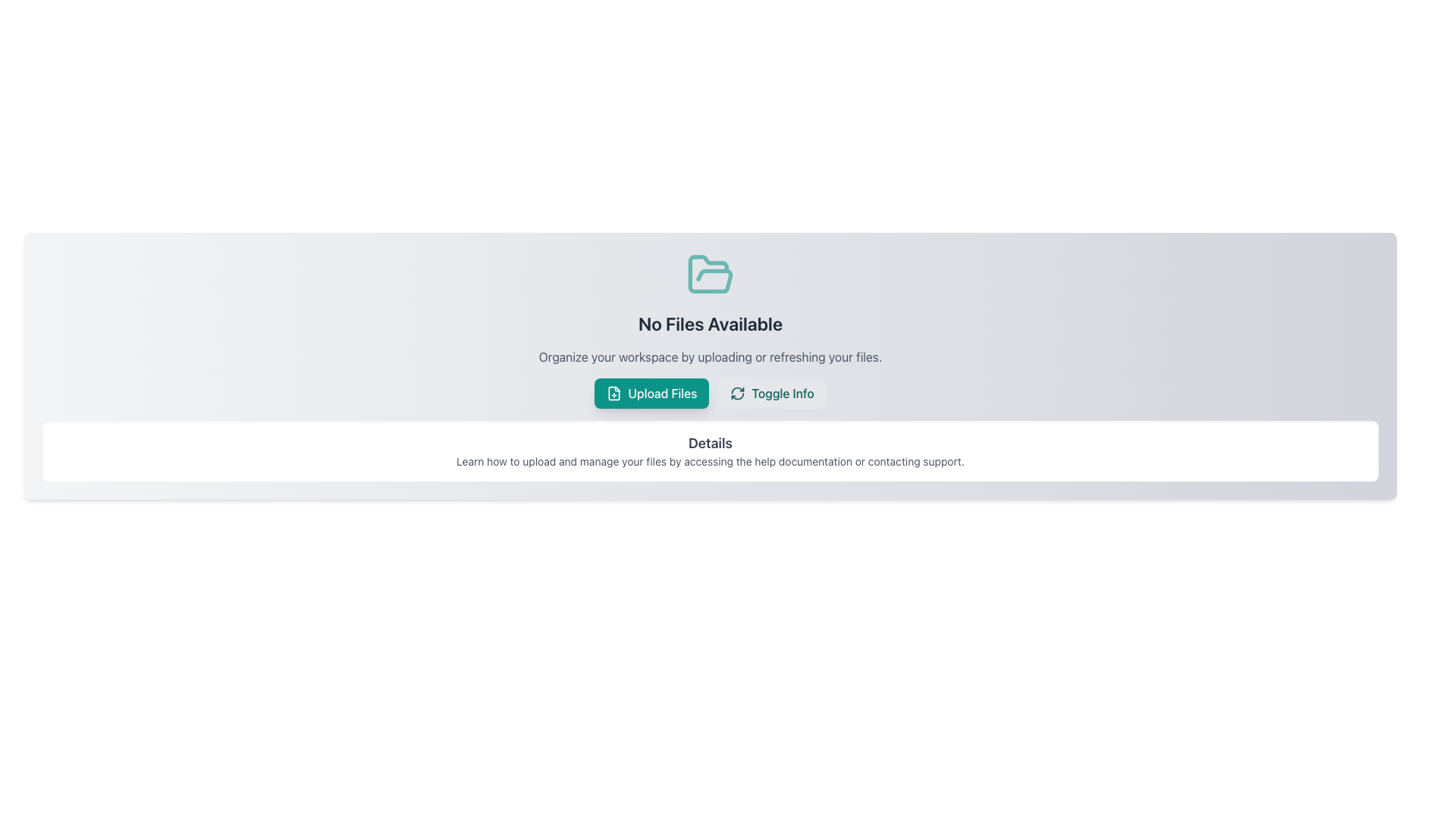 This screenshot has width=1456, height=819. I want to click on the 'Upload Files' button which contains an icon representing a document with a plus sign, located to the left of the text 'Upload Files', so click(614, 393).